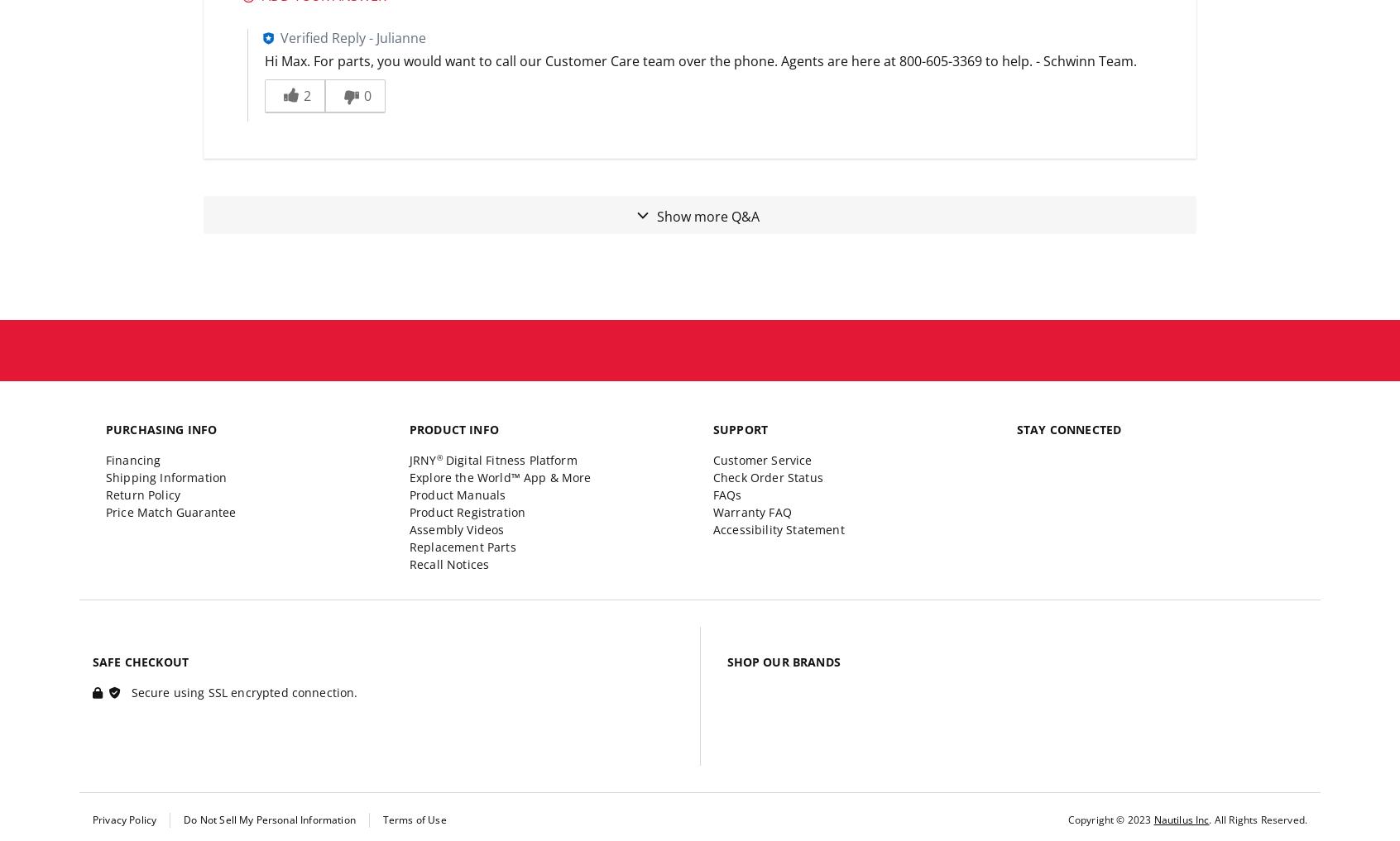 The height and width of the screenshot is (841, 1400). I want to click on 'Shipping Information', so click(165, 475).